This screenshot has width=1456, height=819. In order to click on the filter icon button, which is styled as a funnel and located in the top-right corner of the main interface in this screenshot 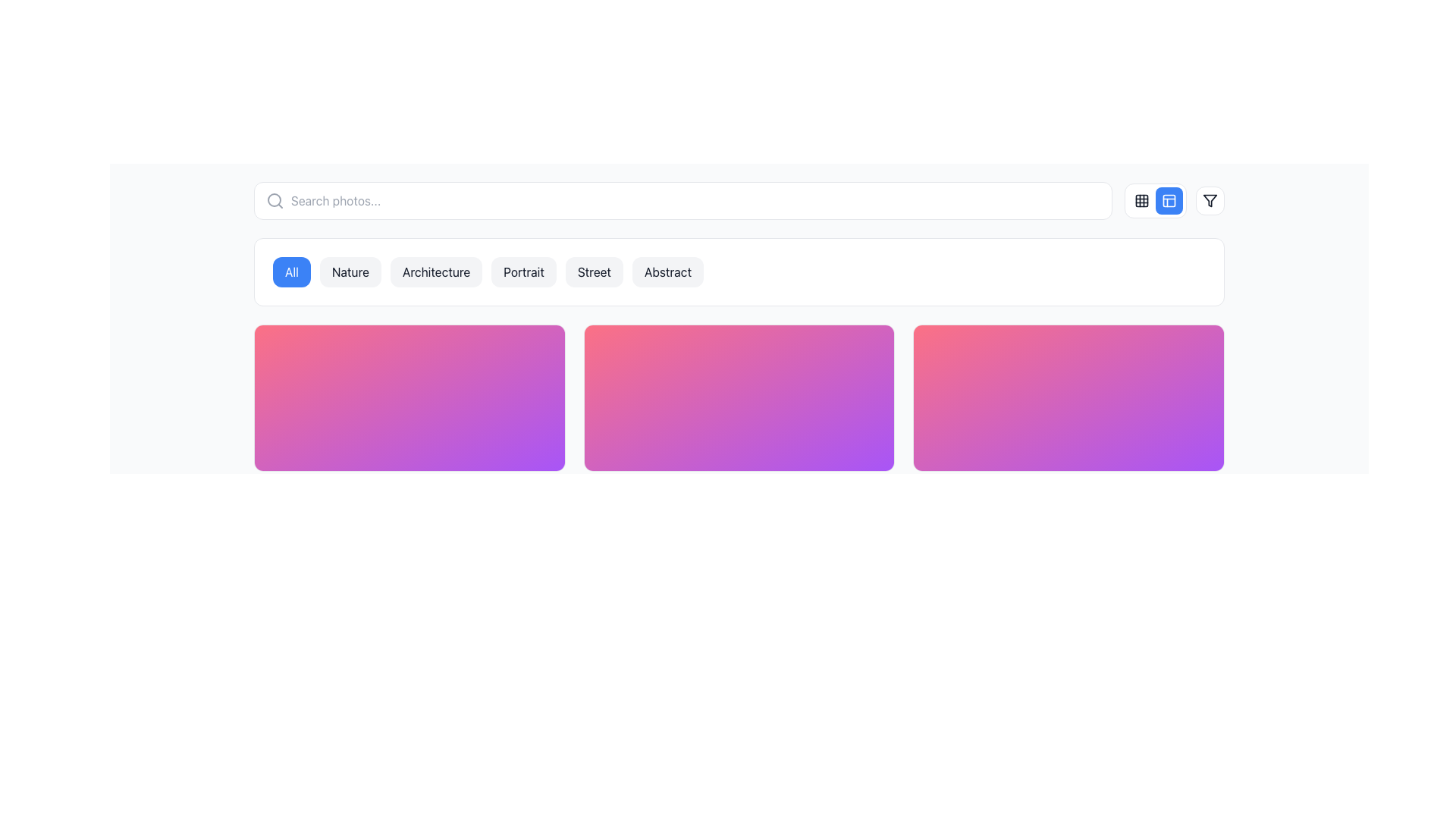, I will do `click(1210, 200)`.